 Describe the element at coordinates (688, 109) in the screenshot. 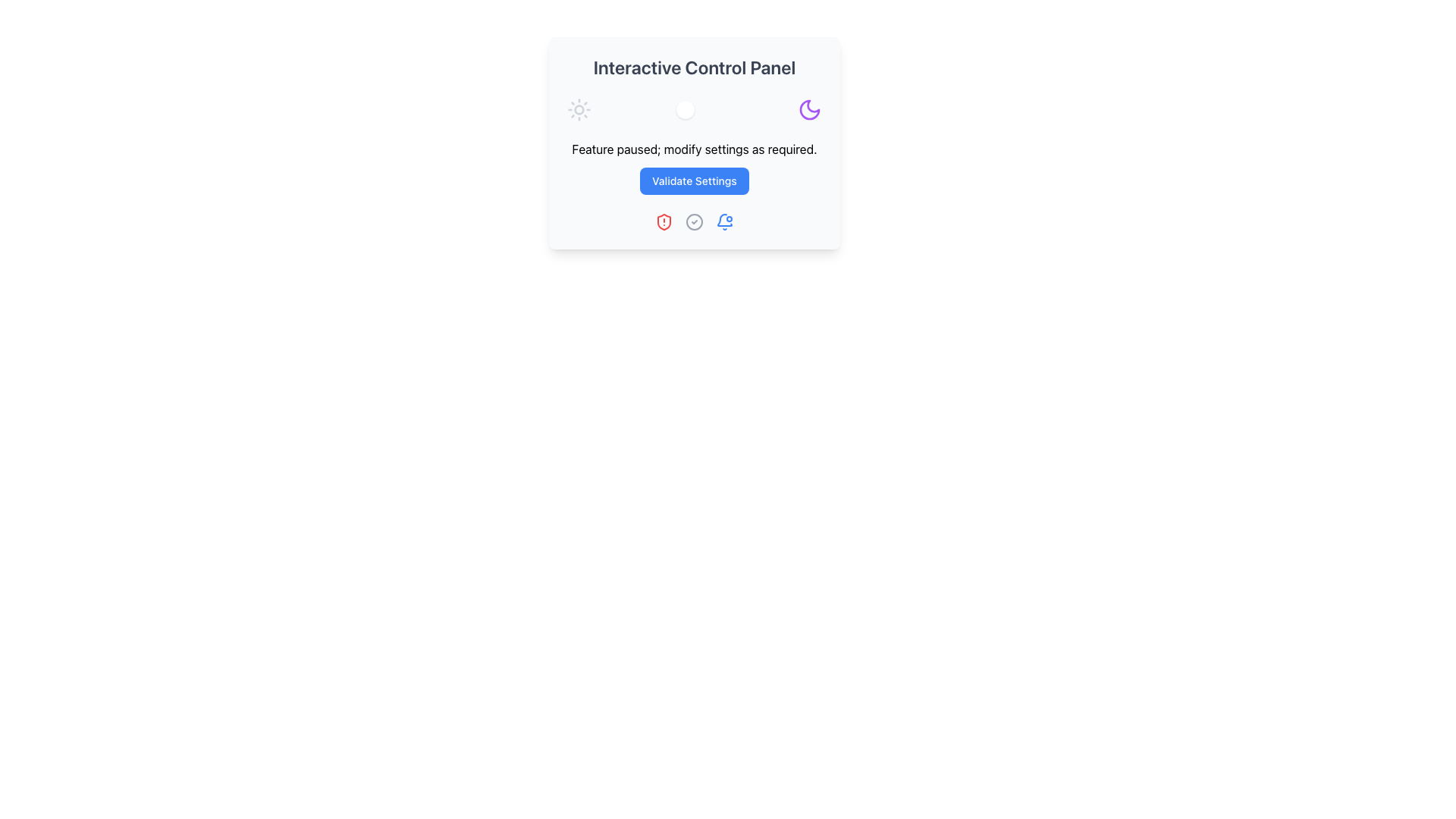

I see `the slider` at that location.